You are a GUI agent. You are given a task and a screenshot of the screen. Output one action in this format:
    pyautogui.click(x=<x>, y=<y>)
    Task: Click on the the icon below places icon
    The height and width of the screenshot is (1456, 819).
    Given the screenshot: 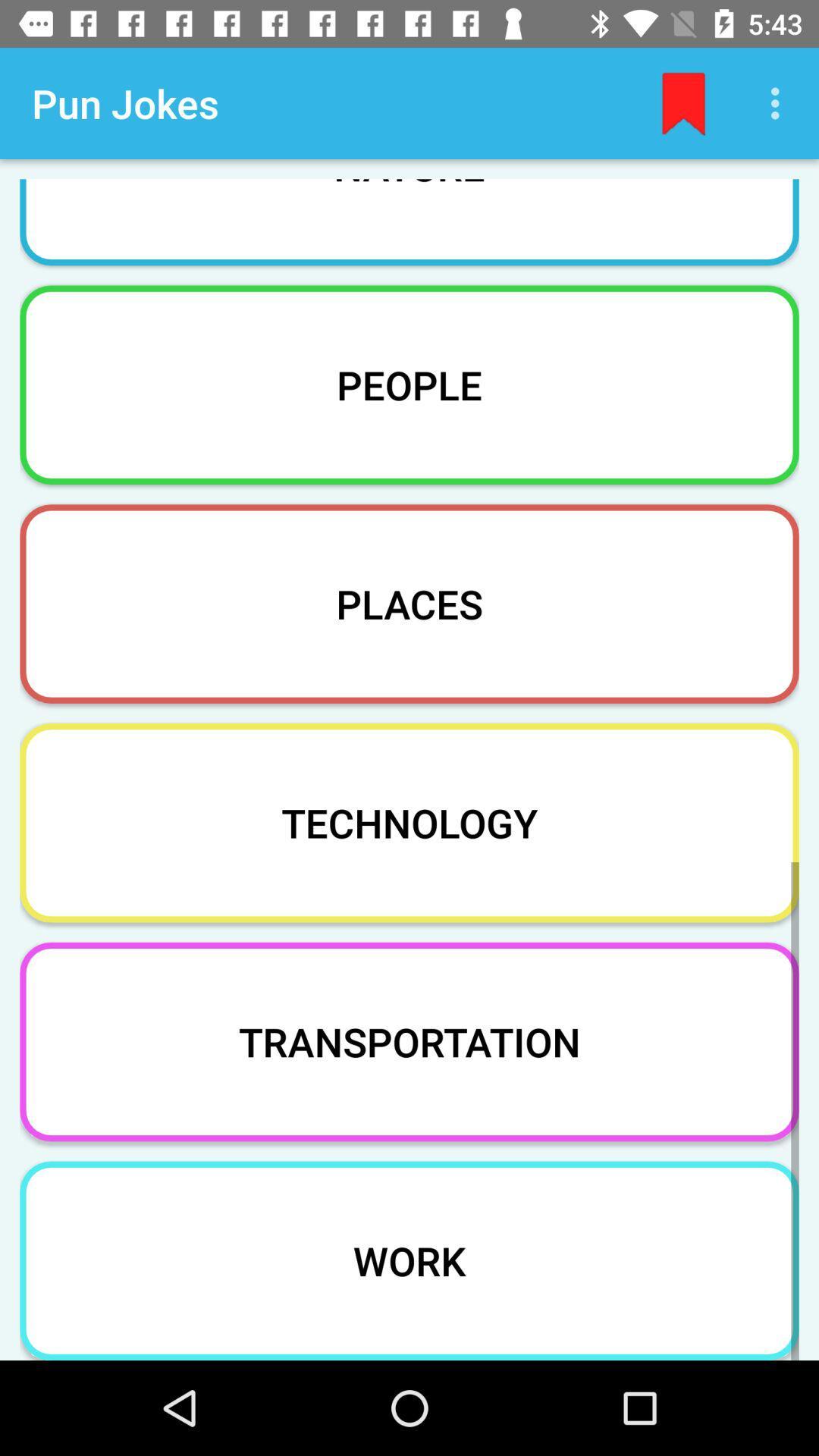 What is the action you would take?
    pyautogui.click(x=409, y=822)
    